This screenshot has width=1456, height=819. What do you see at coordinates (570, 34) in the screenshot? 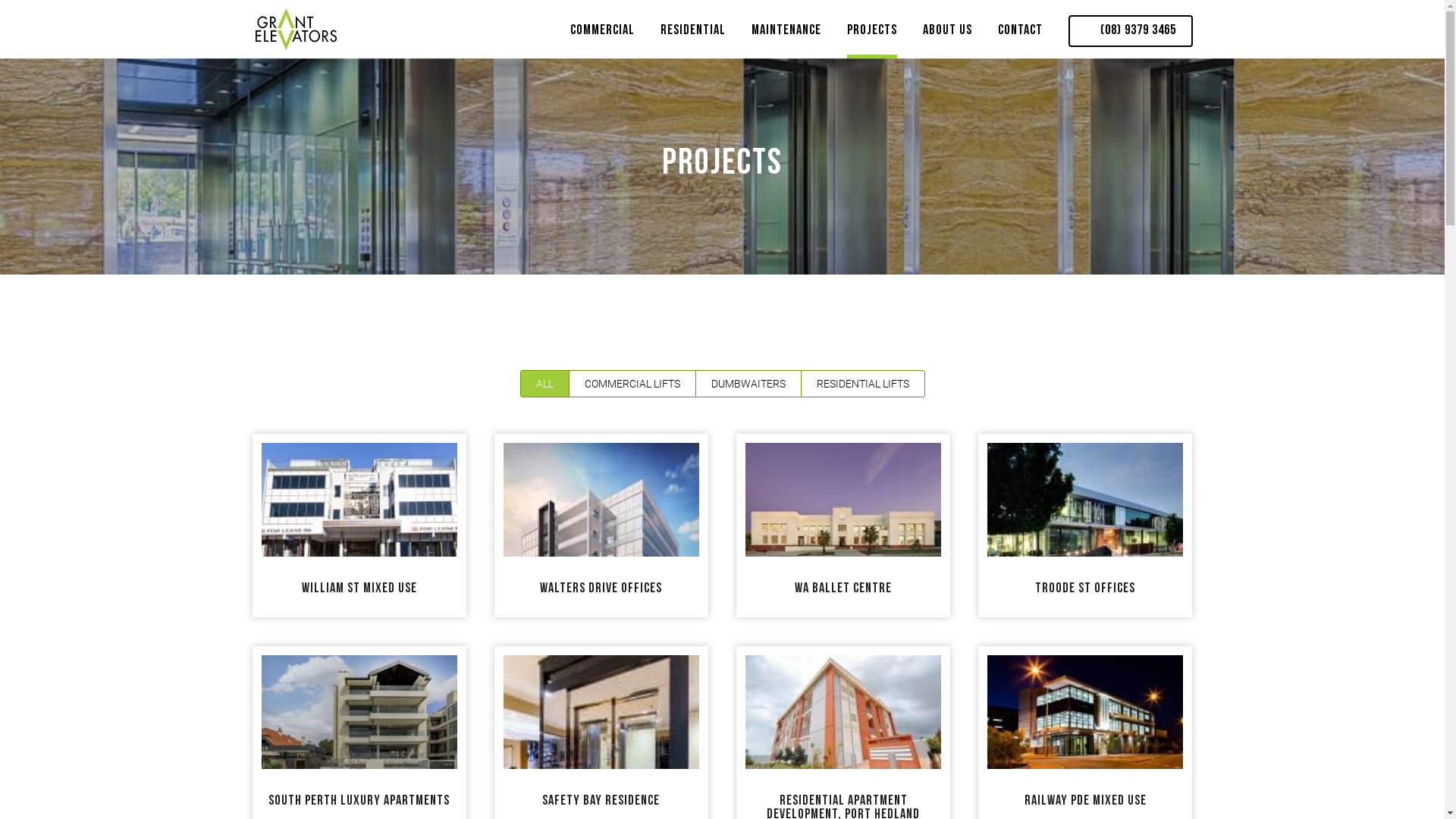
I see `'COMMERCIAL'` at bounding box center [570, 34].